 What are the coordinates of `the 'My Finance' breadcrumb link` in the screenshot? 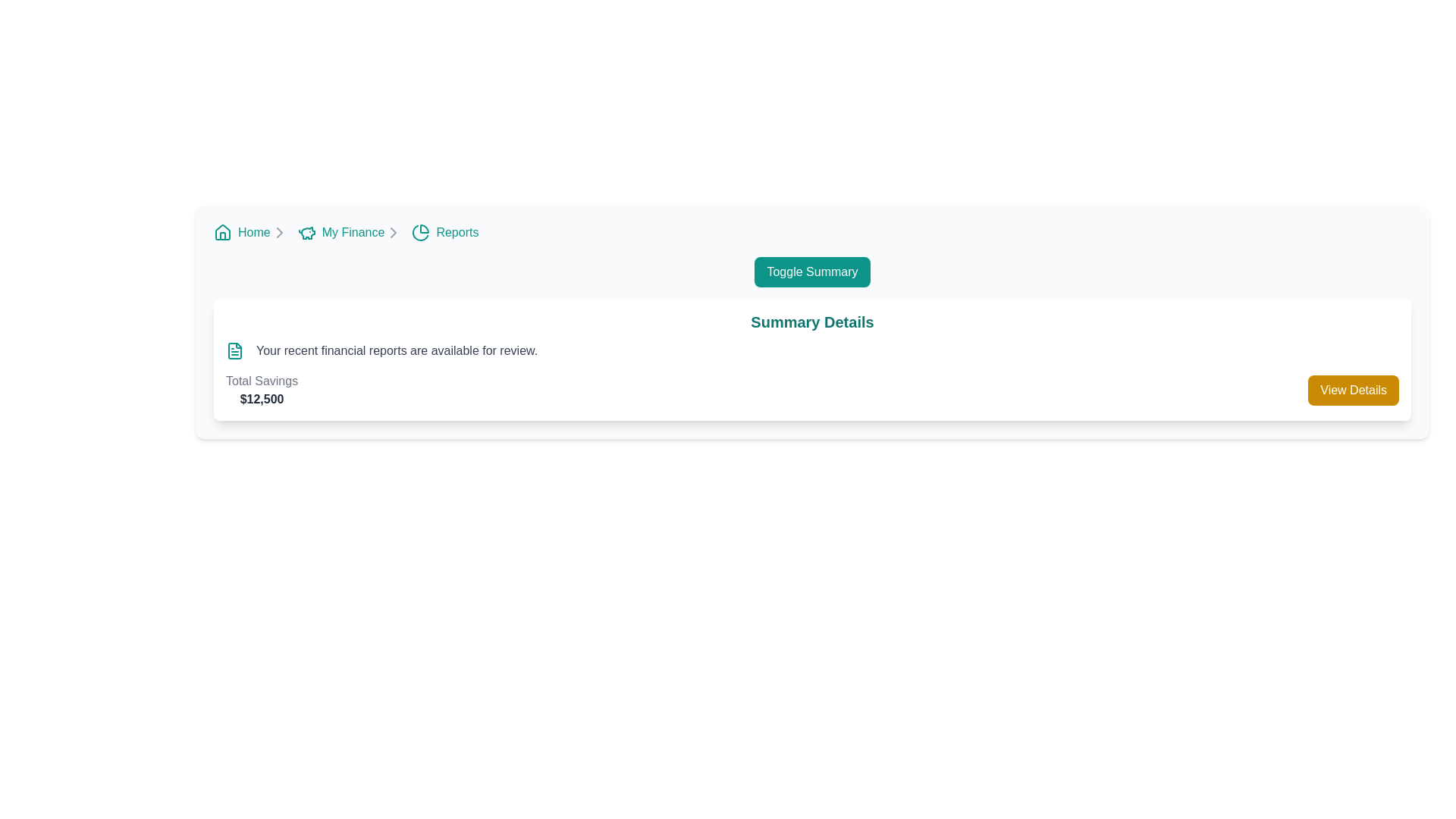 It's located at (349, 233).